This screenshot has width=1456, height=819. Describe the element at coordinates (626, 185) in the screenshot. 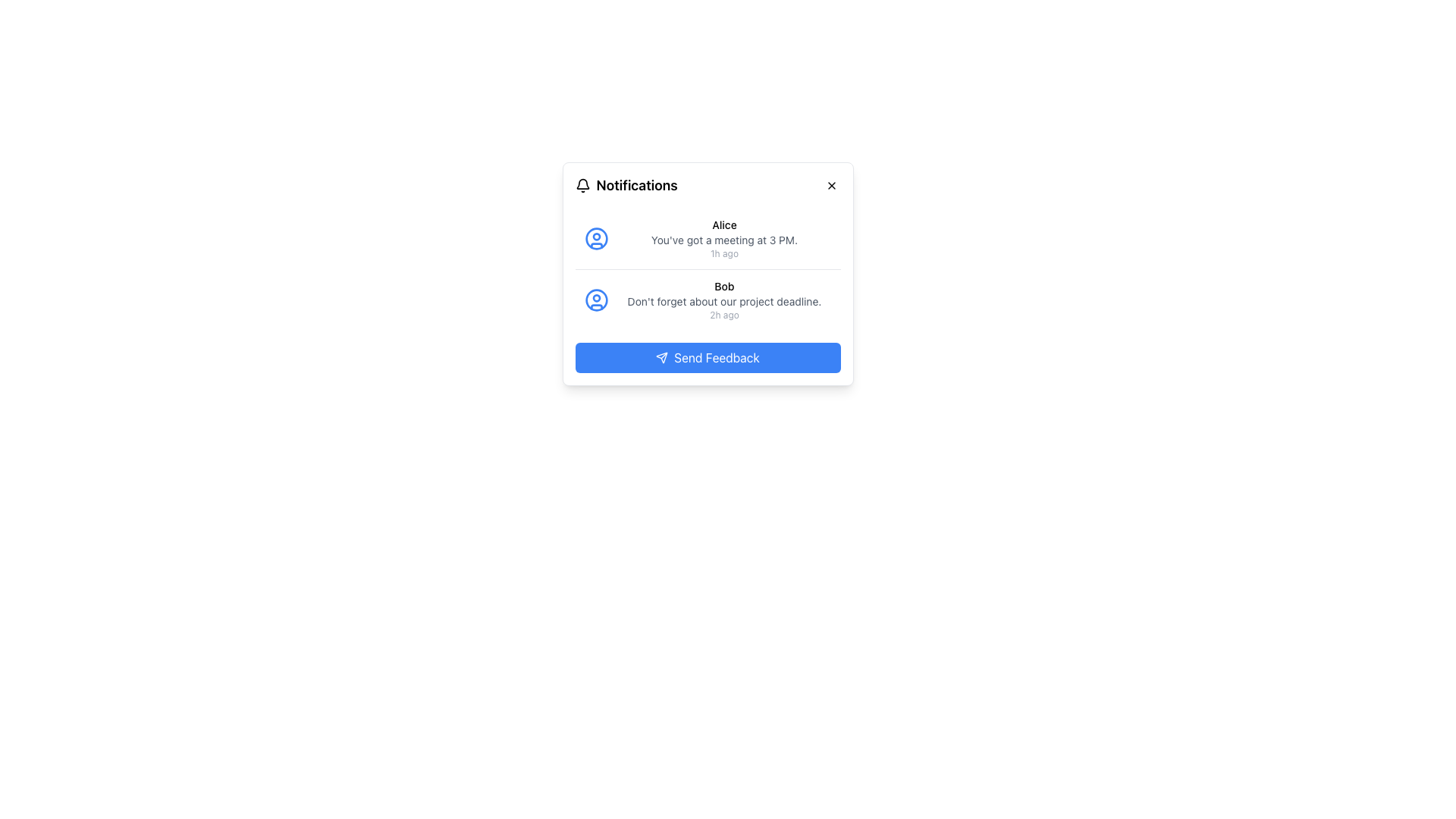

I see `the notification section heading text label, which identifies the content below as notifications and is located at the top-left corner of the notification card` at that location.